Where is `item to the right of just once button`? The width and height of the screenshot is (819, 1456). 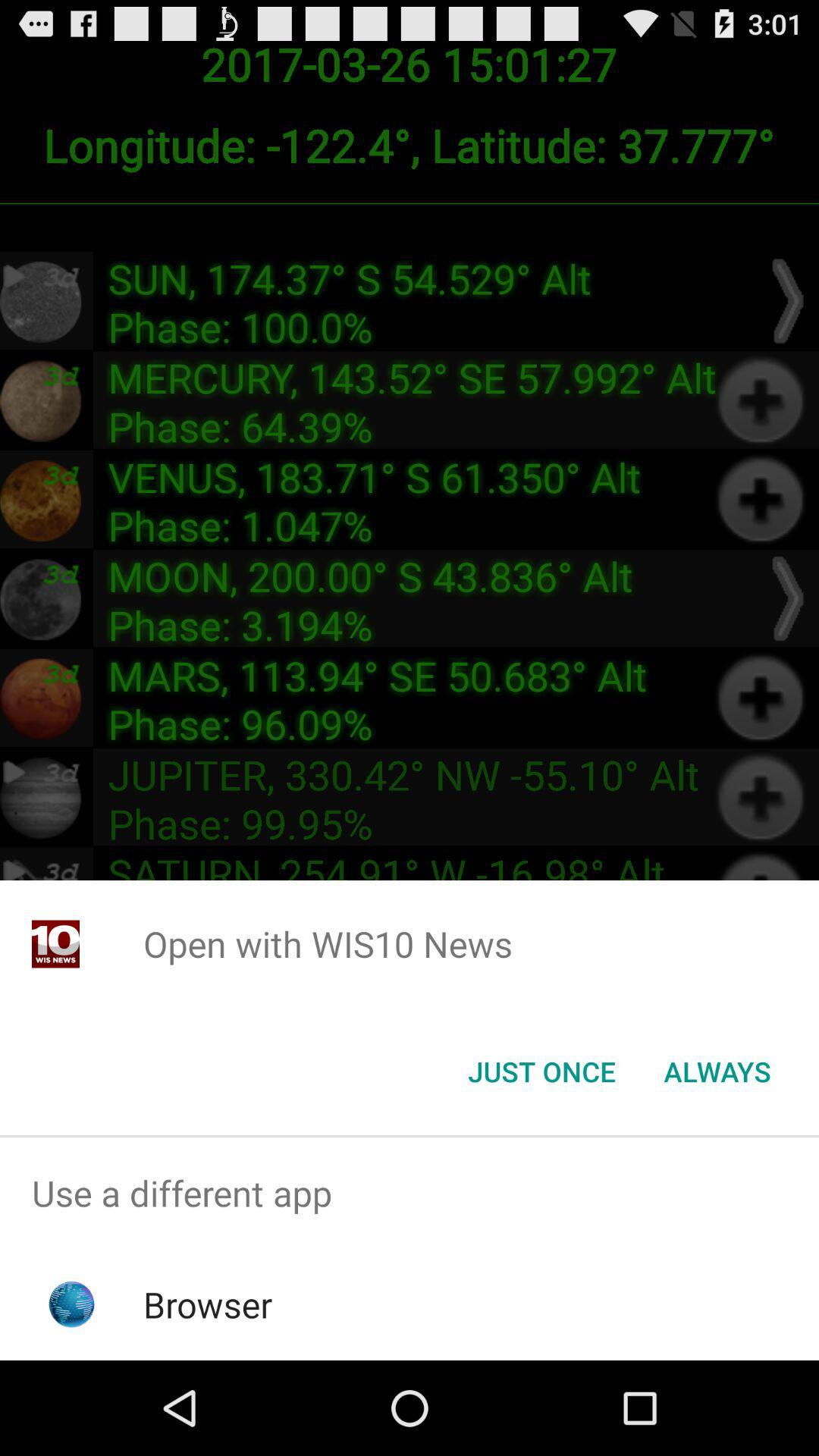 item to the right of just once button is located at coordinates (717, 1070).